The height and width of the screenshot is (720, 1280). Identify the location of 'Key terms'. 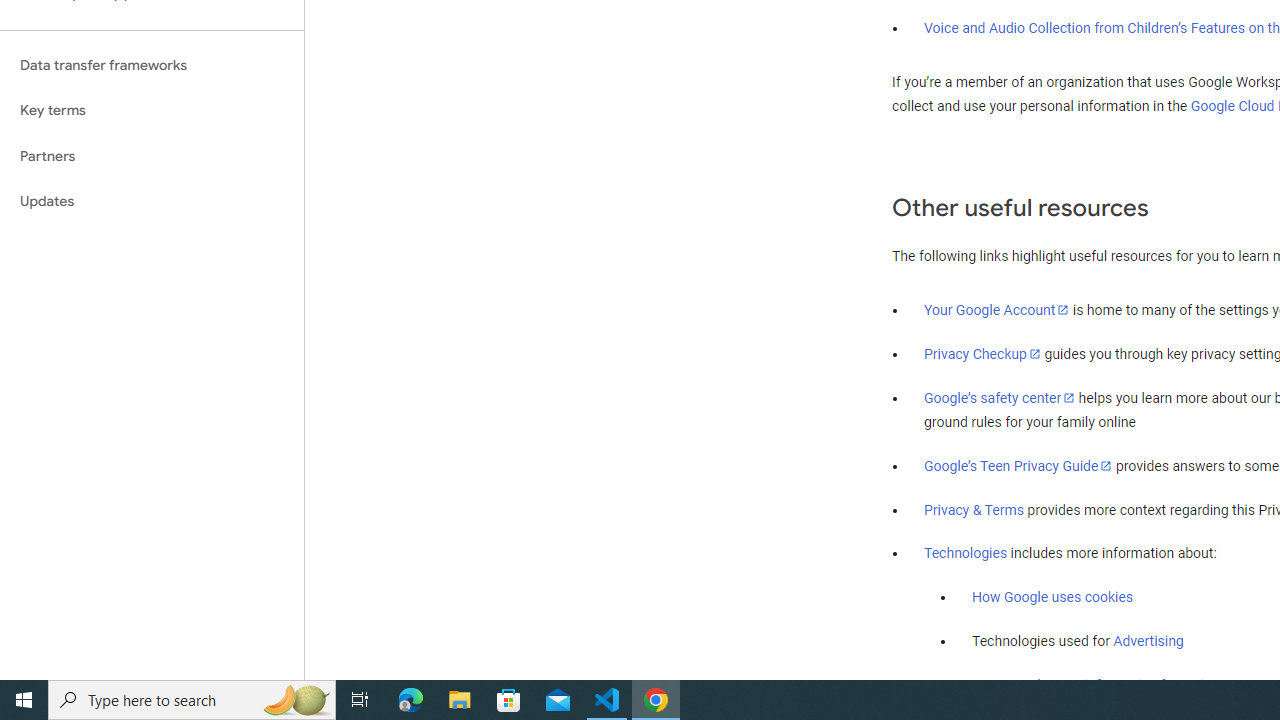
(151, 110).